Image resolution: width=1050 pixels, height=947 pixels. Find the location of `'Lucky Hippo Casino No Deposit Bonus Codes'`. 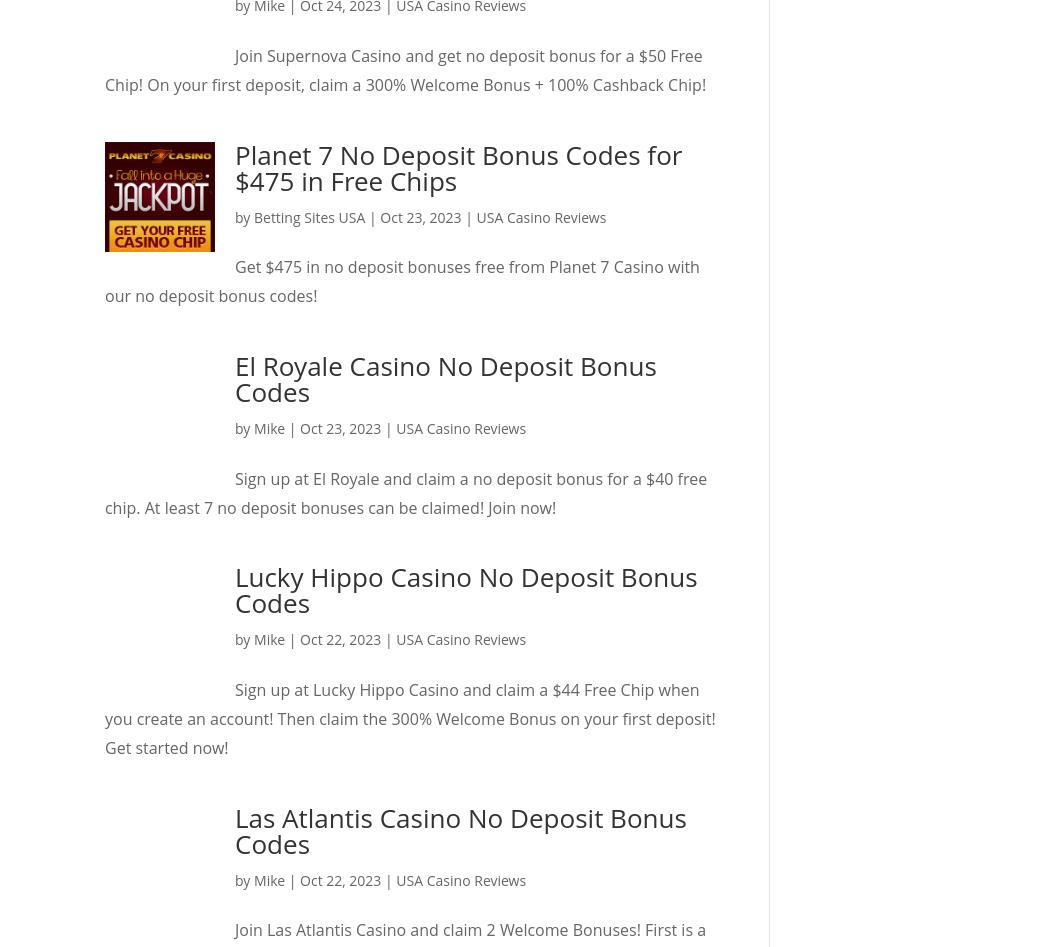

'Lucky Hippo Casino No Deposit Bonus Codes' is located at coordinates (465, 589).